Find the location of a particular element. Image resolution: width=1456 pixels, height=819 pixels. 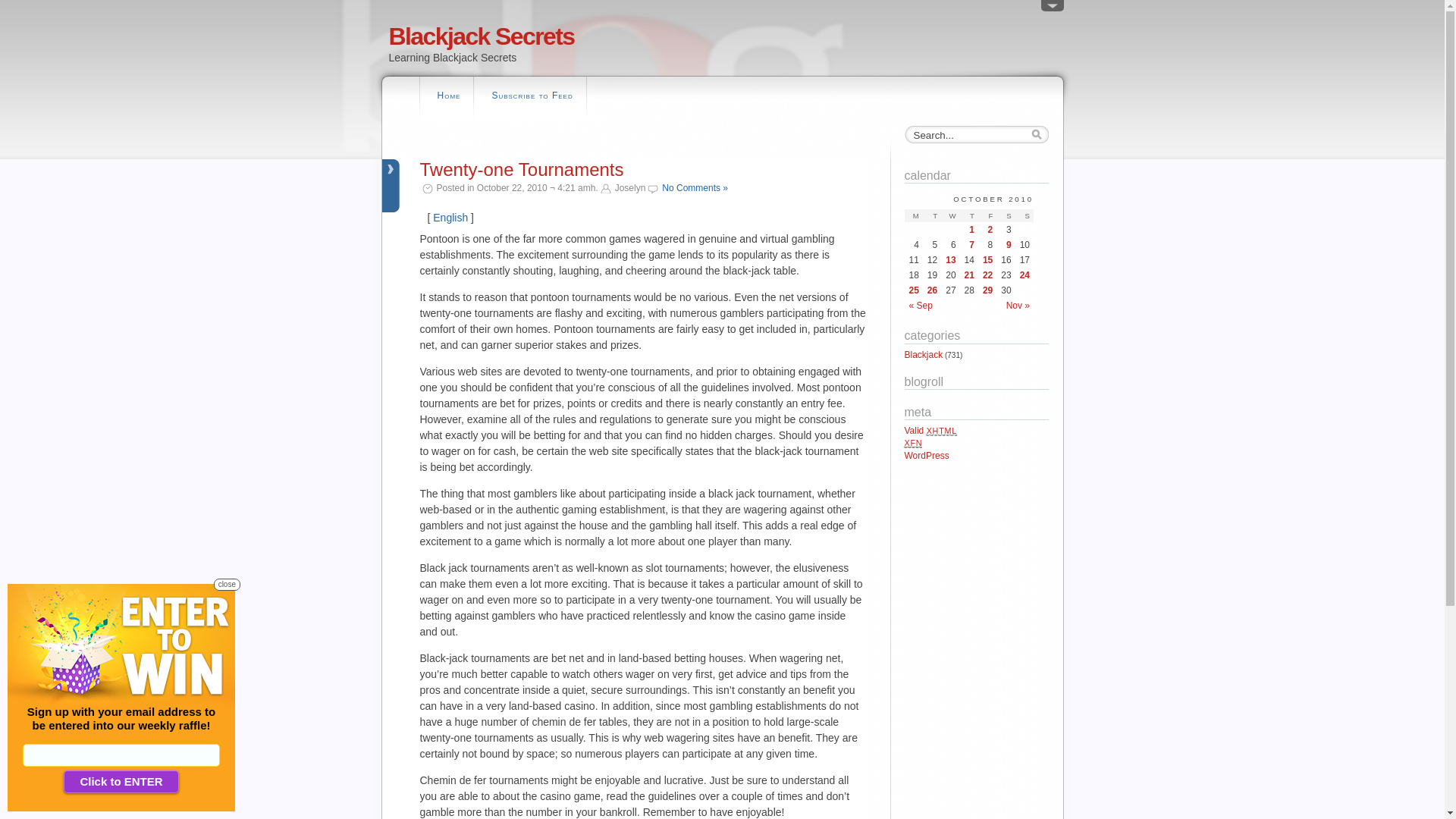

'21' is located at coordinates (968, 275).